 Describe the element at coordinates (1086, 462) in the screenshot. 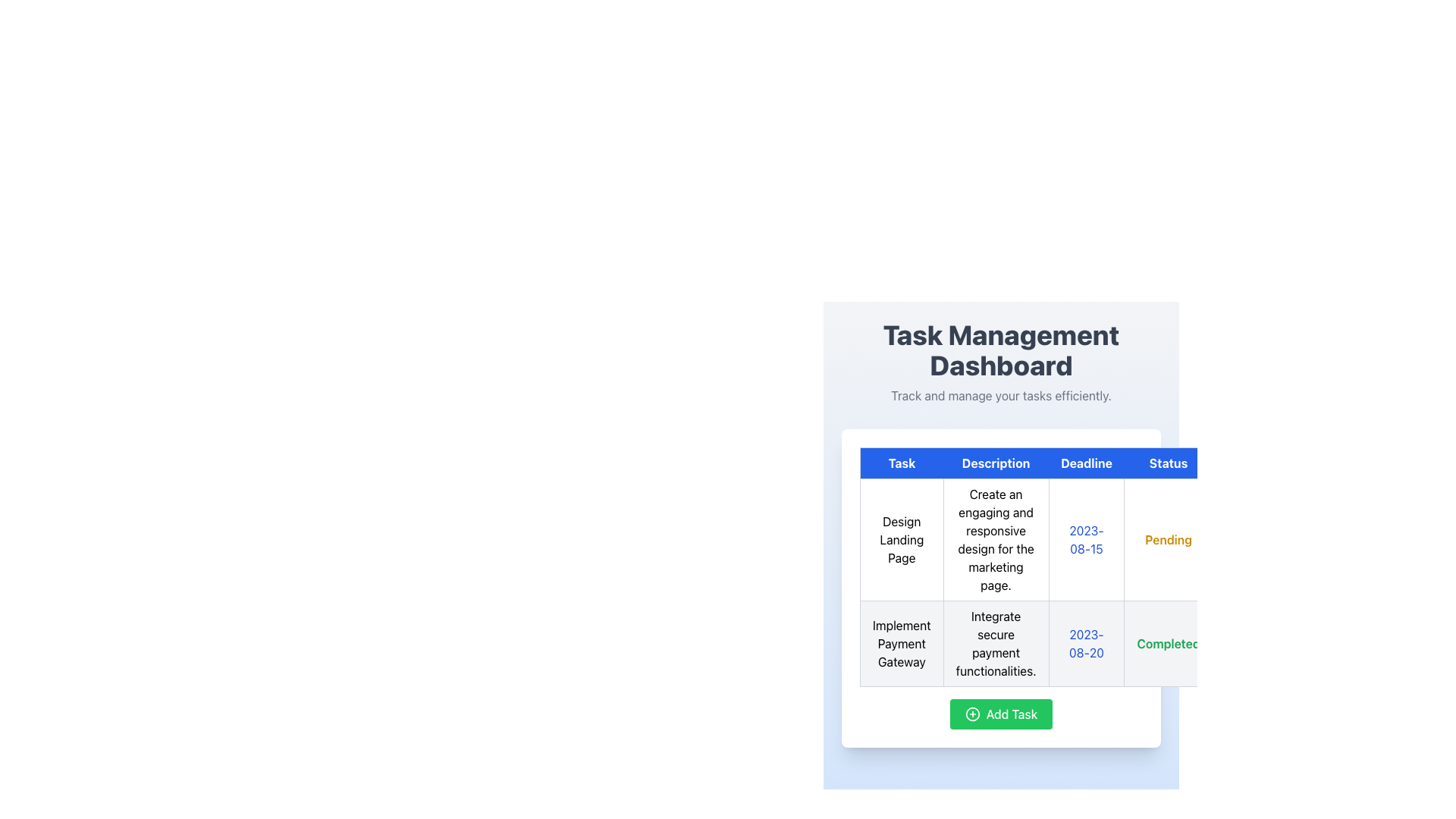

I see `text label 'Deadline' from the blue rectangular button located in the third column of the table header` at that location.